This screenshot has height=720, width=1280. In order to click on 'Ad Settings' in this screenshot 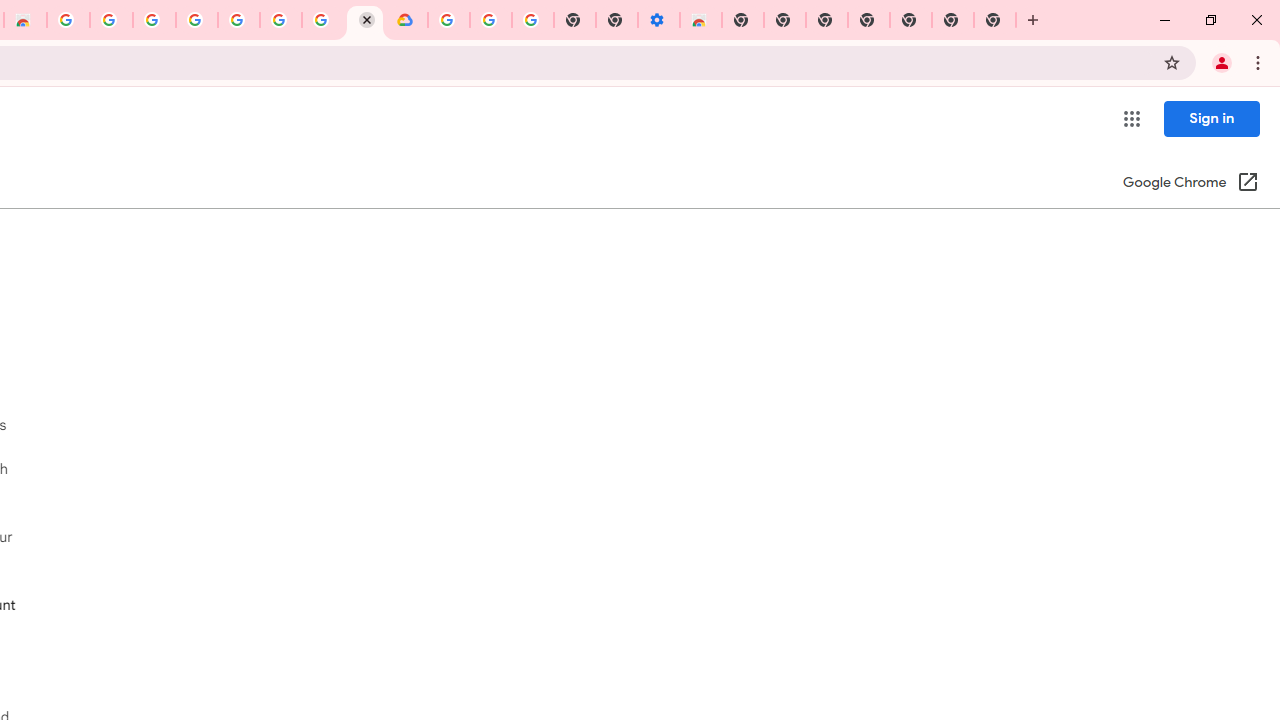, I will do `click(153, 20)`.